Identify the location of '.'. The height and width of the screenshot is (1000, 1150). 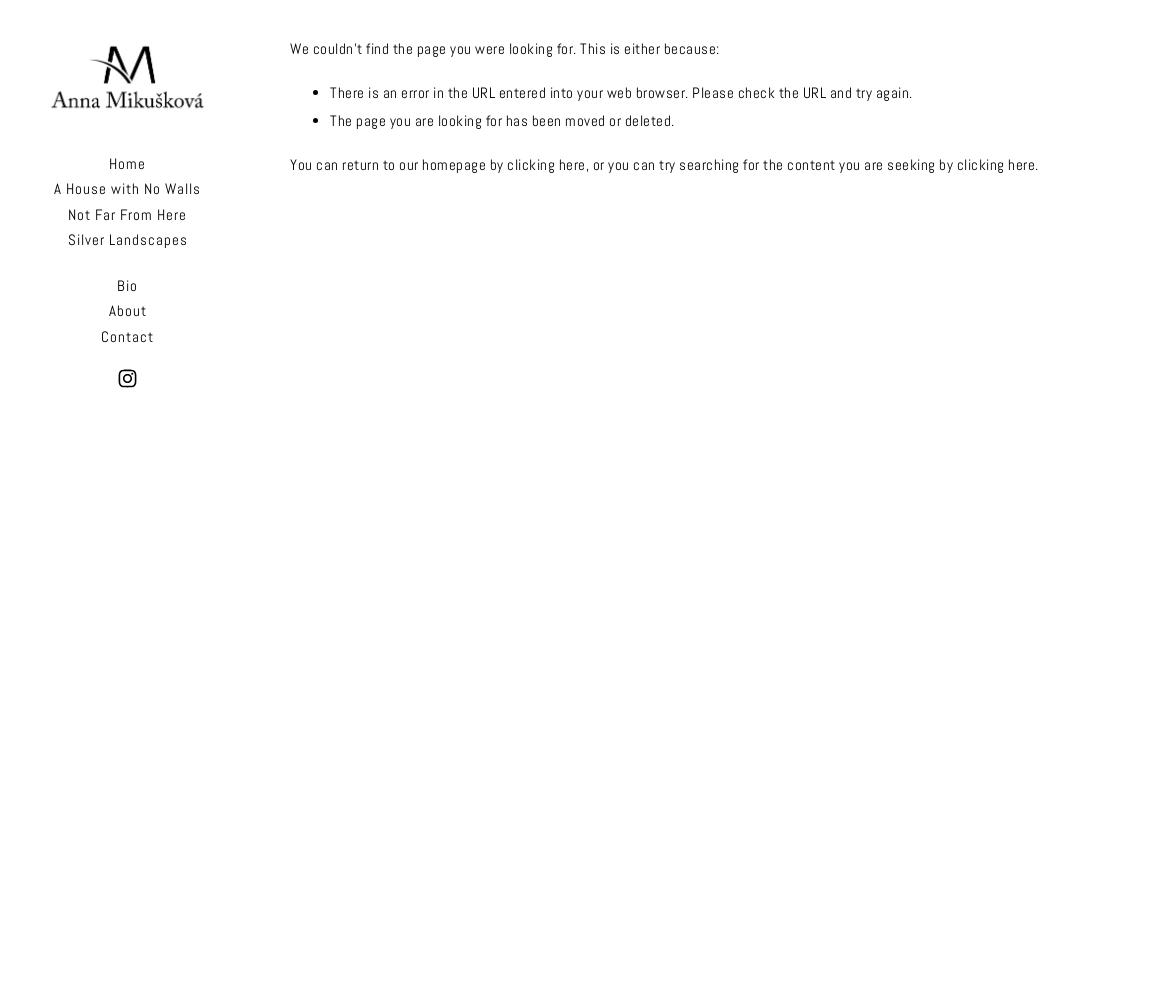
(1036, 163).